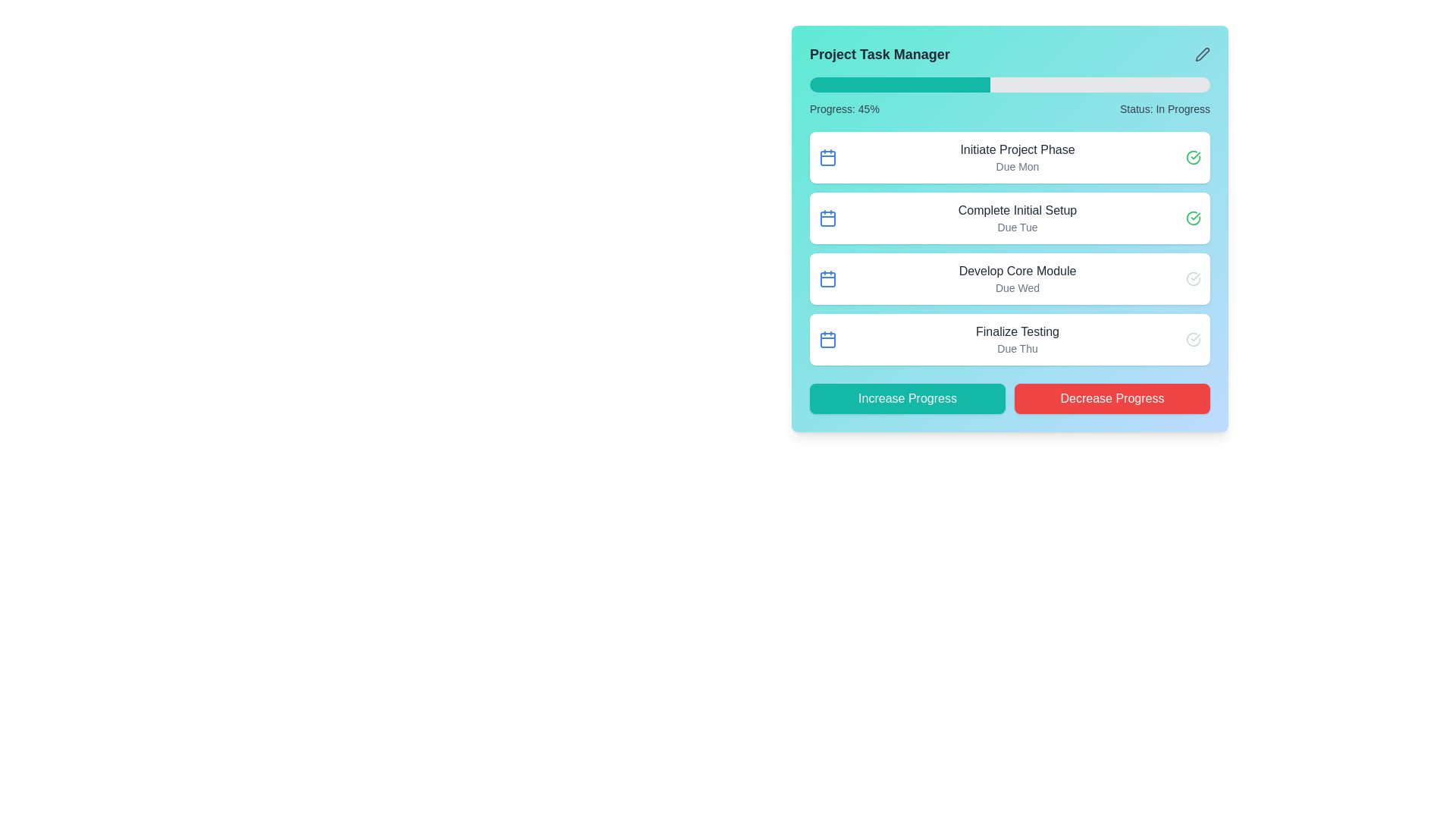  What do you see at coordinates (1193, 218) in the screenshot?
I see `the green circular icon with a checkmark in the center, which indicates task completion, located on the right end of the card labeled 'Complete Initial Setup' in the task list area` at bounding box center [1193, 218].